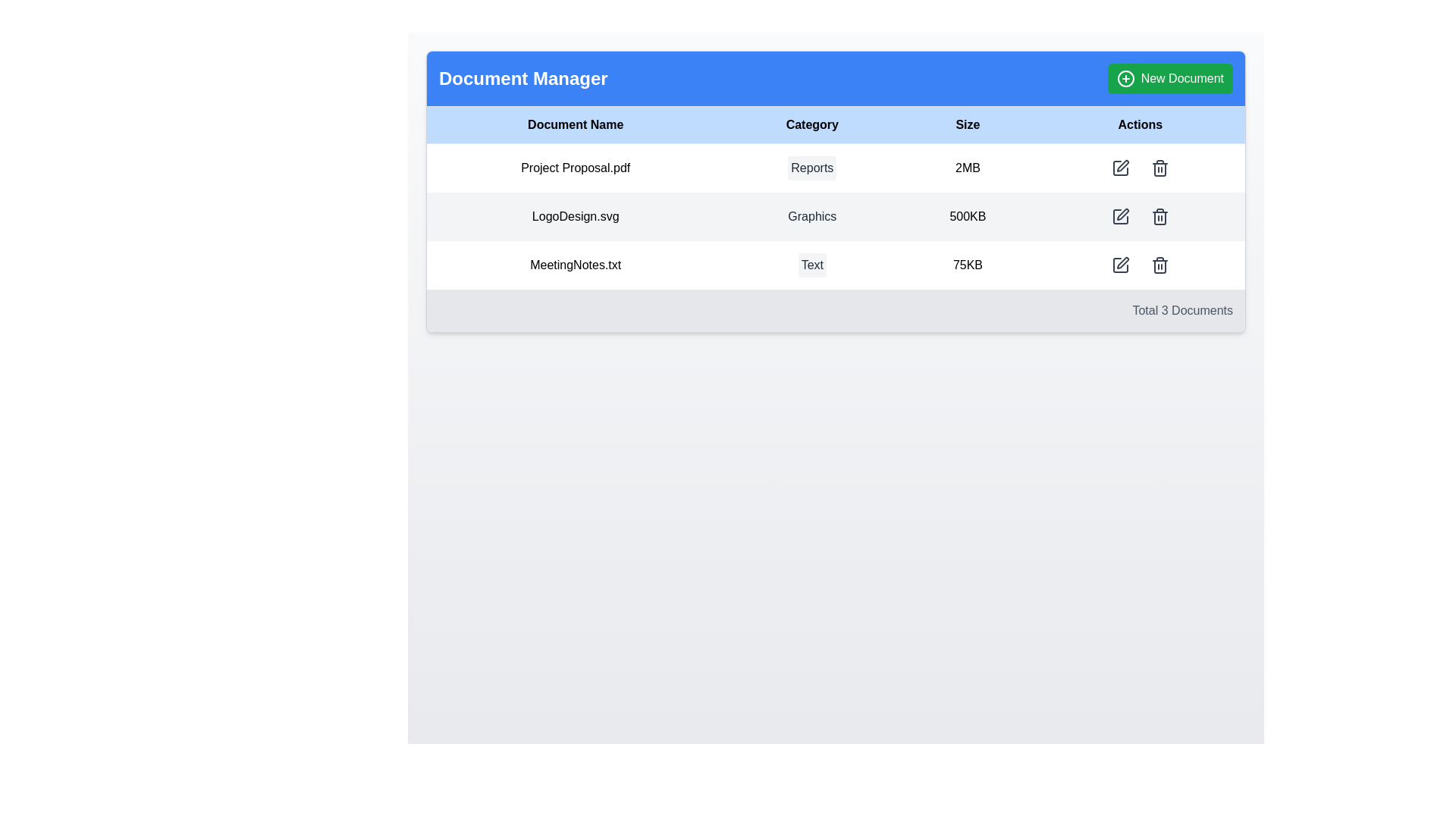 The width and height of the screenshot is (1456, 819). What do you see at coordinates (1122, 262) in the screenshot?
I see `the edit icon shaped like a pen located in the 'Actions' column of the table, in the third row corresponding to the 'MeetingNotes.txt' document` at bounding box center [1122, 262].